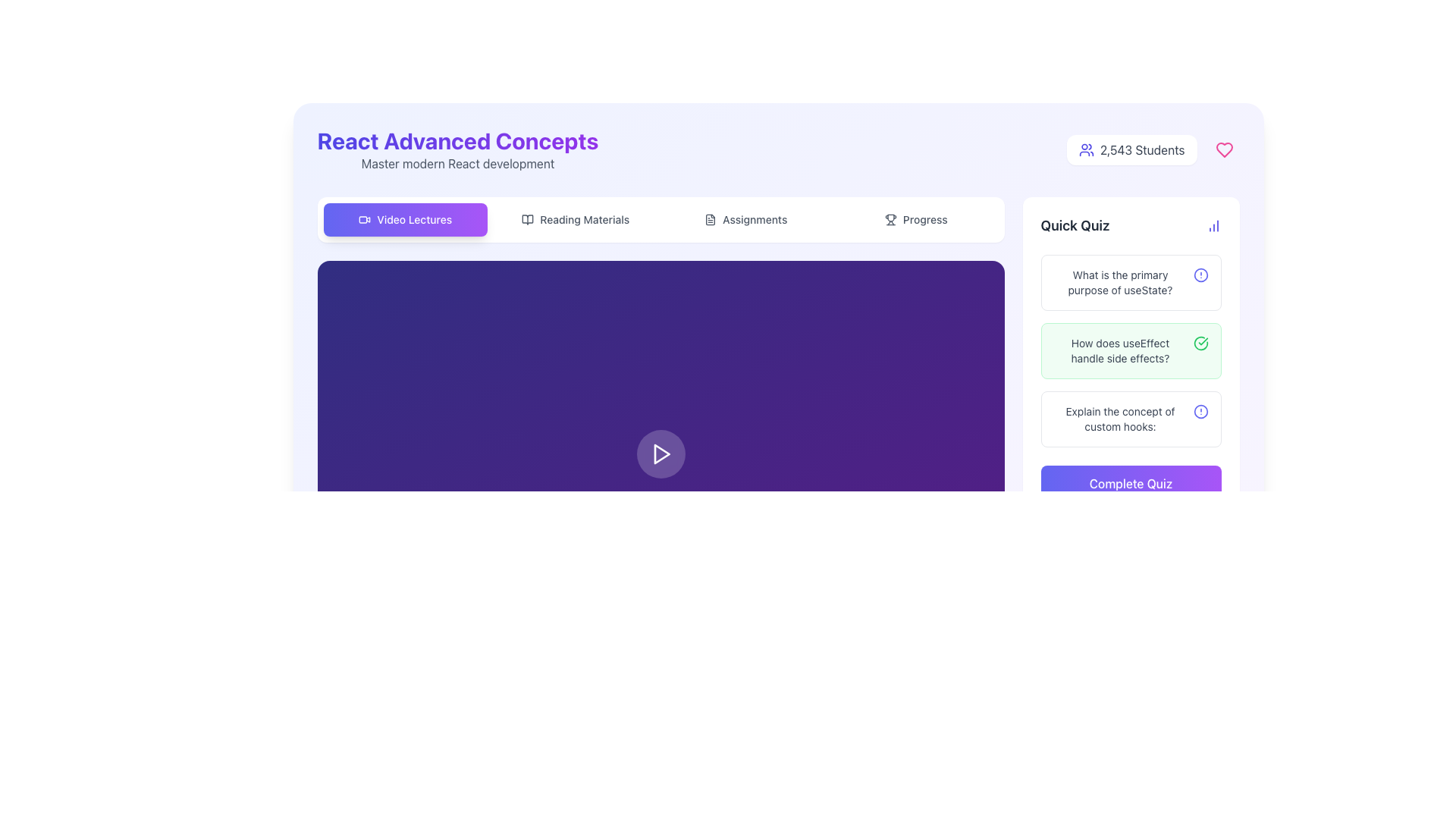 The height and width of the screenshot is (819, 1456). I want to click on the text label 'How does useEffect handle side effects?' which is the second item in the 'Quick Quiz' section of the interactive list, so click(1120, 350).